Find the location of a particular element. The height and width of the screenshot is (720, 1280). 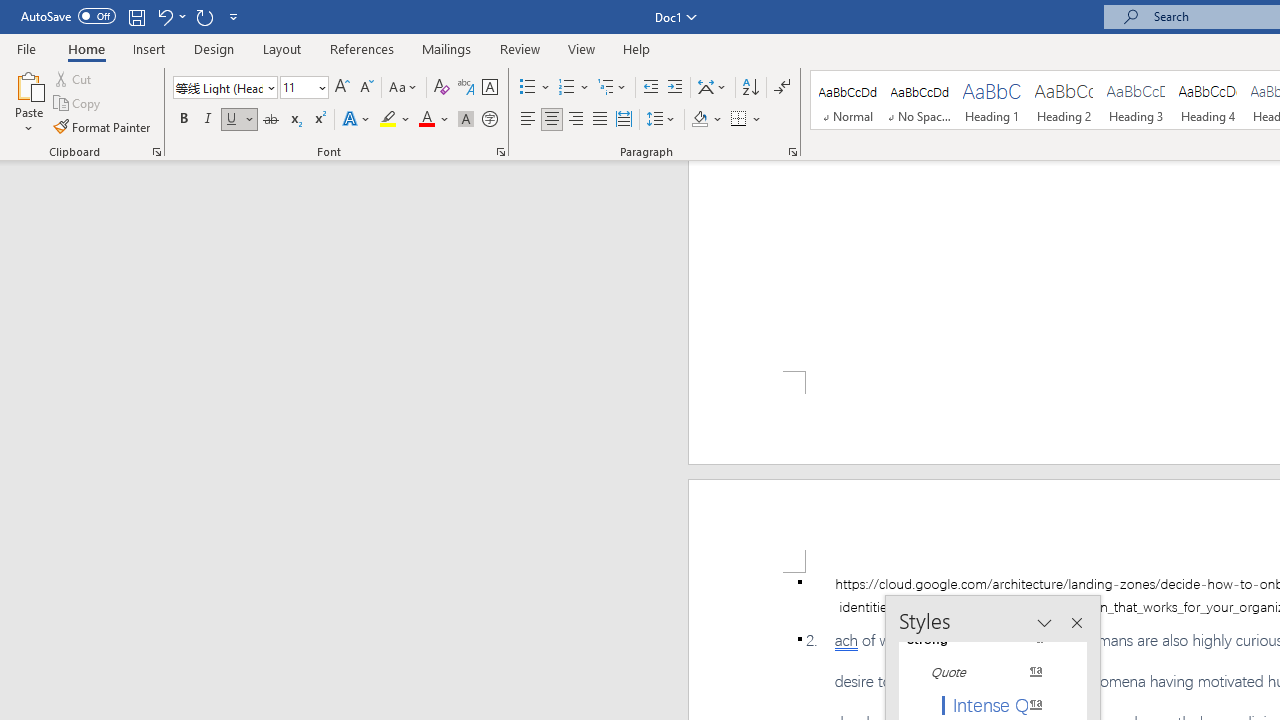

'Quote' is located at coordinates (984, 672).